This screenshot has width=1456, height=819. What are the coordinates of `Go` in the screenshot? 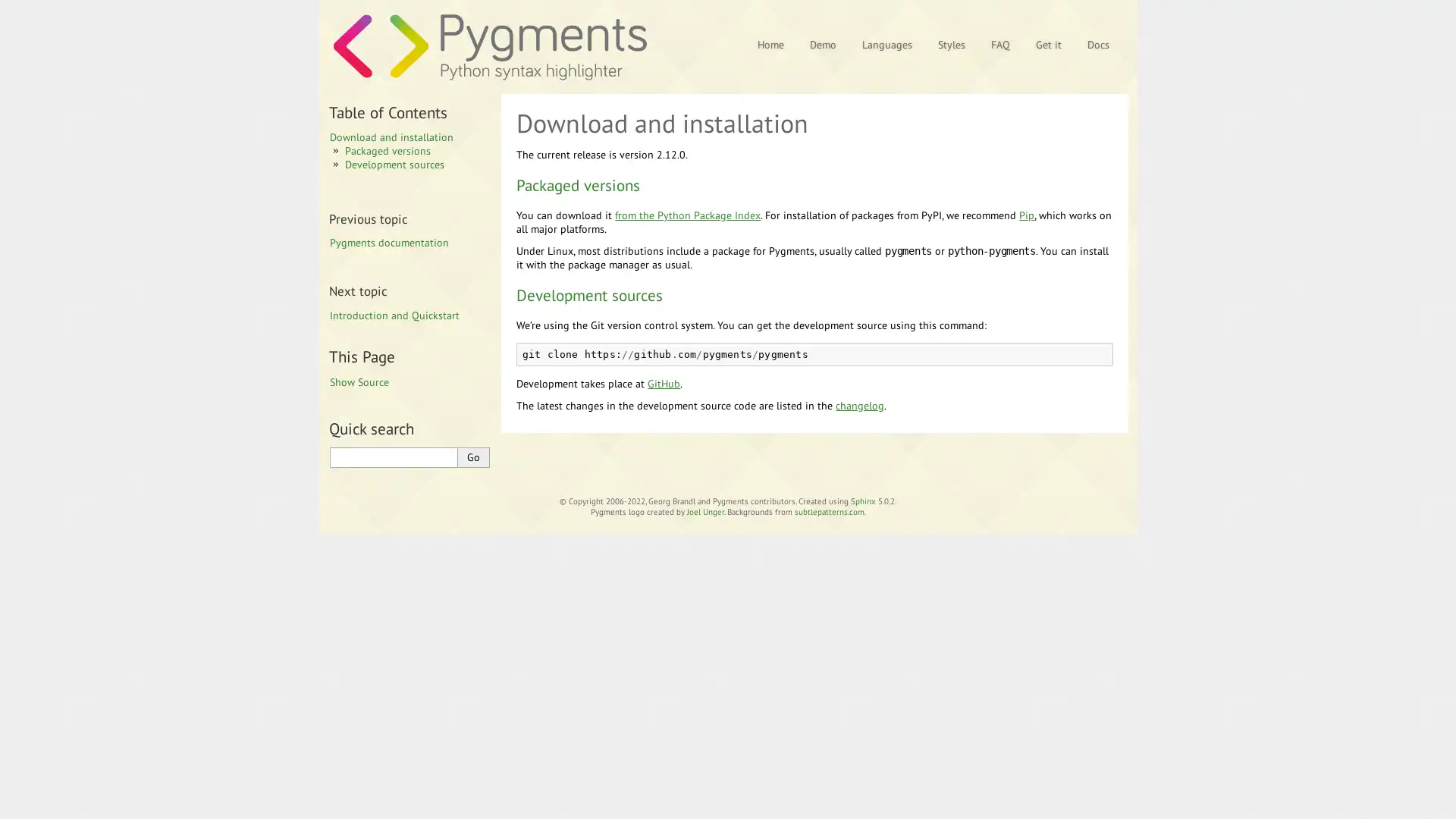 It's located at (472, 456).